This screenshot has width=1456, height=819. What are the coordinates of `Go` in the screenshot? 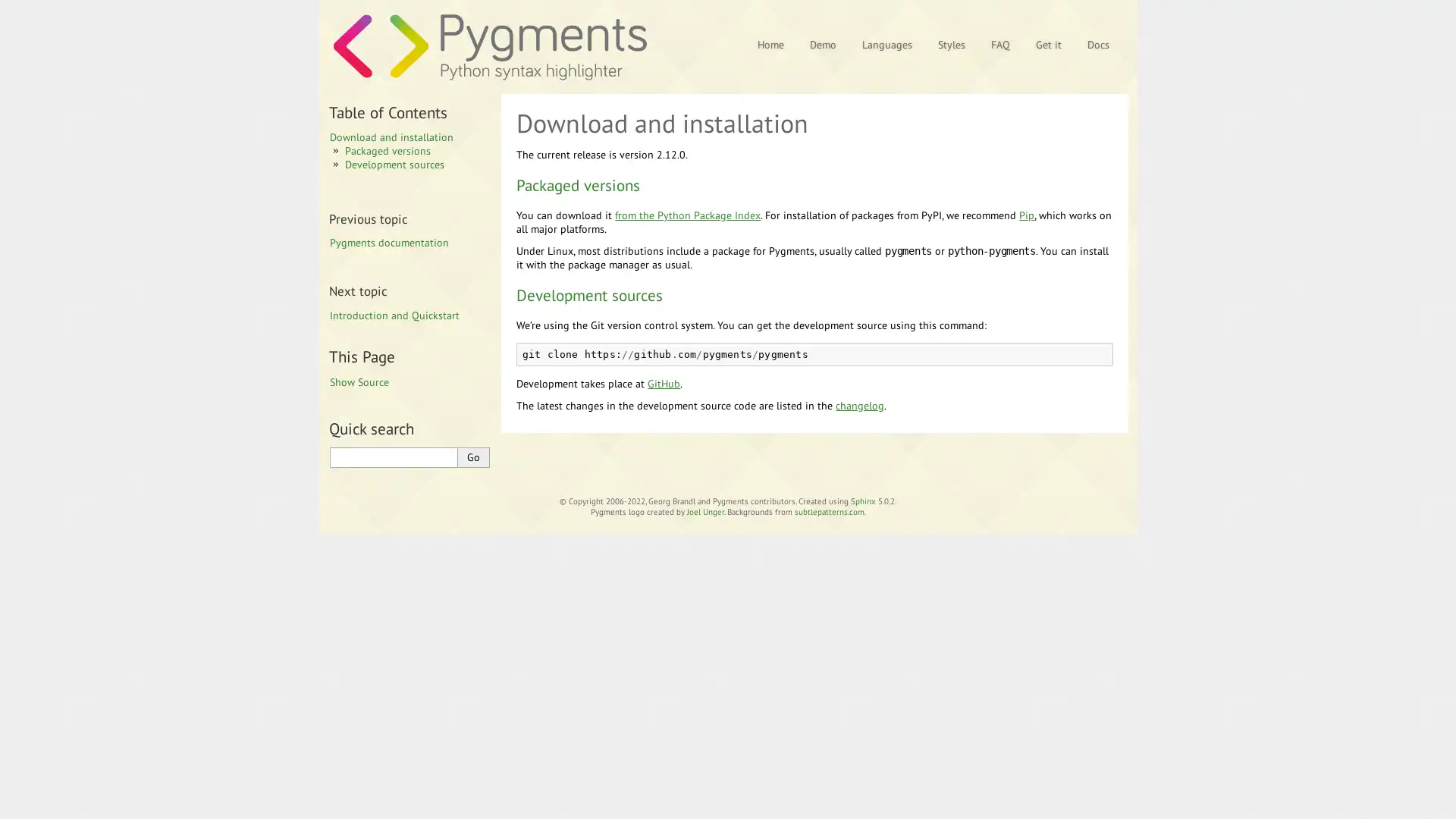 It's located at (472, 456).